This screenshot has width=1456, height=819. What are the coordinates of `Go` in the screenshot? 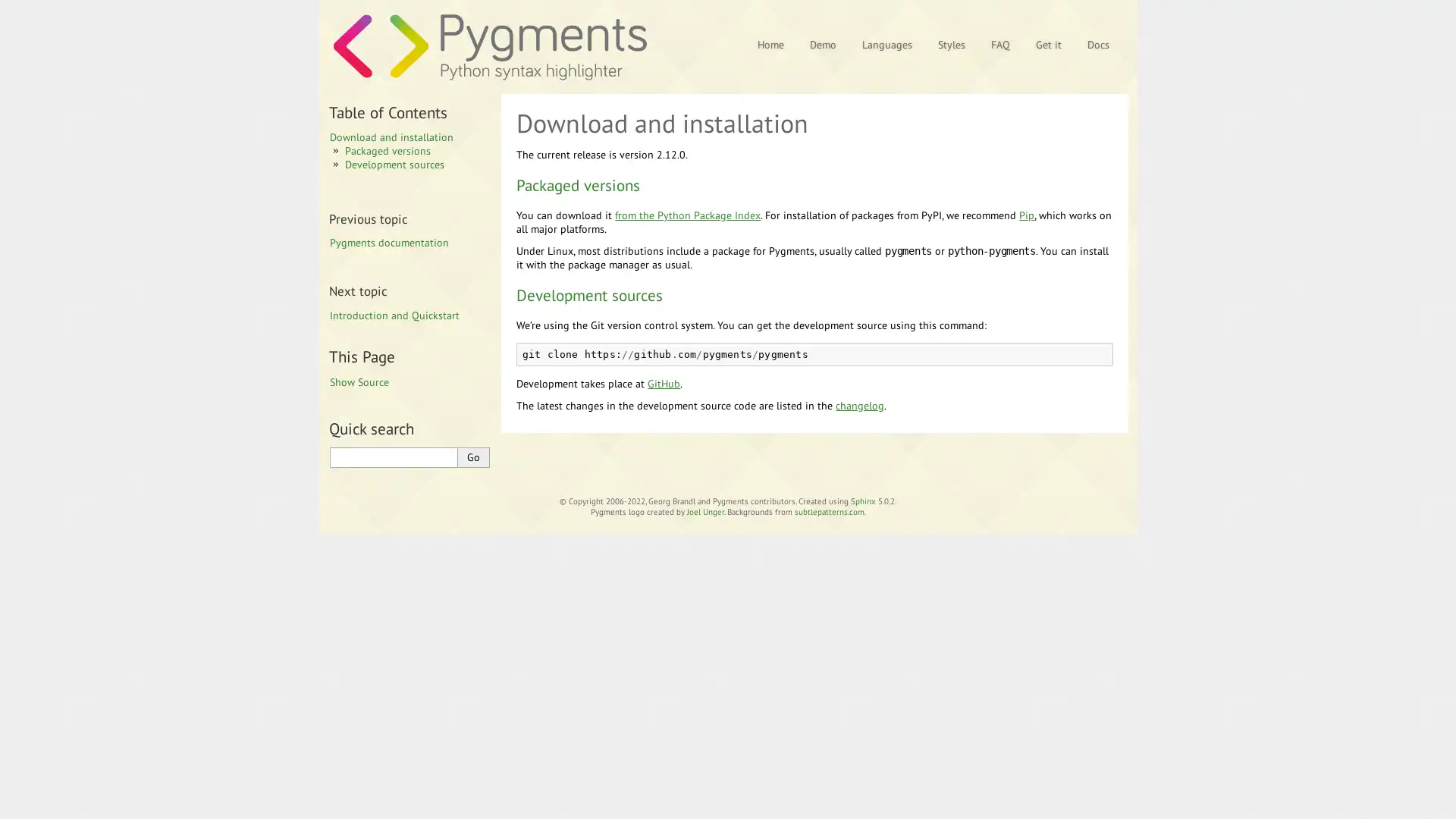 It's located at (472, 456).